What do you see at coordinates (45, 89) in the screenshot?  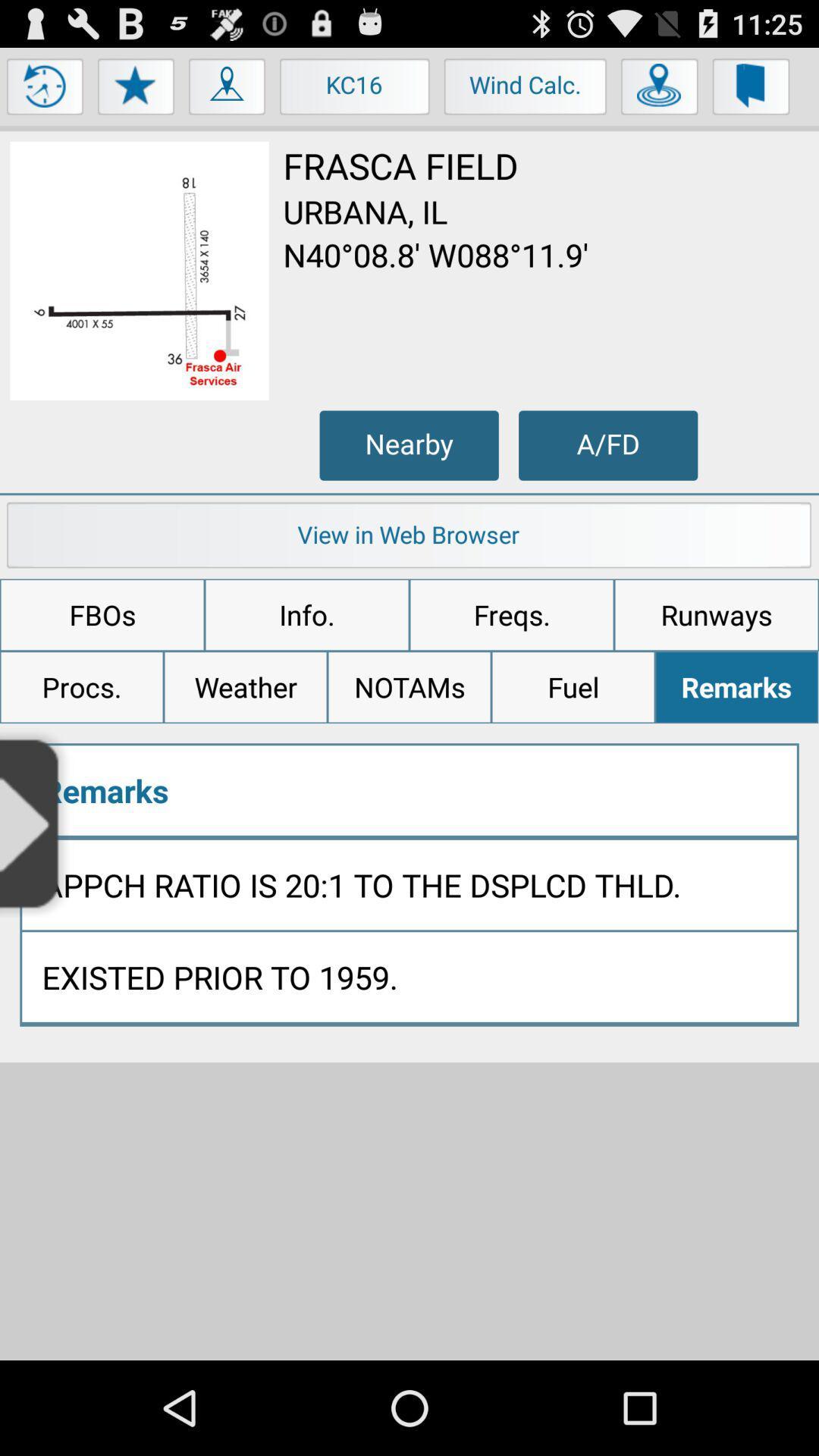 I see `clock option` at bounding box center [45, 89].